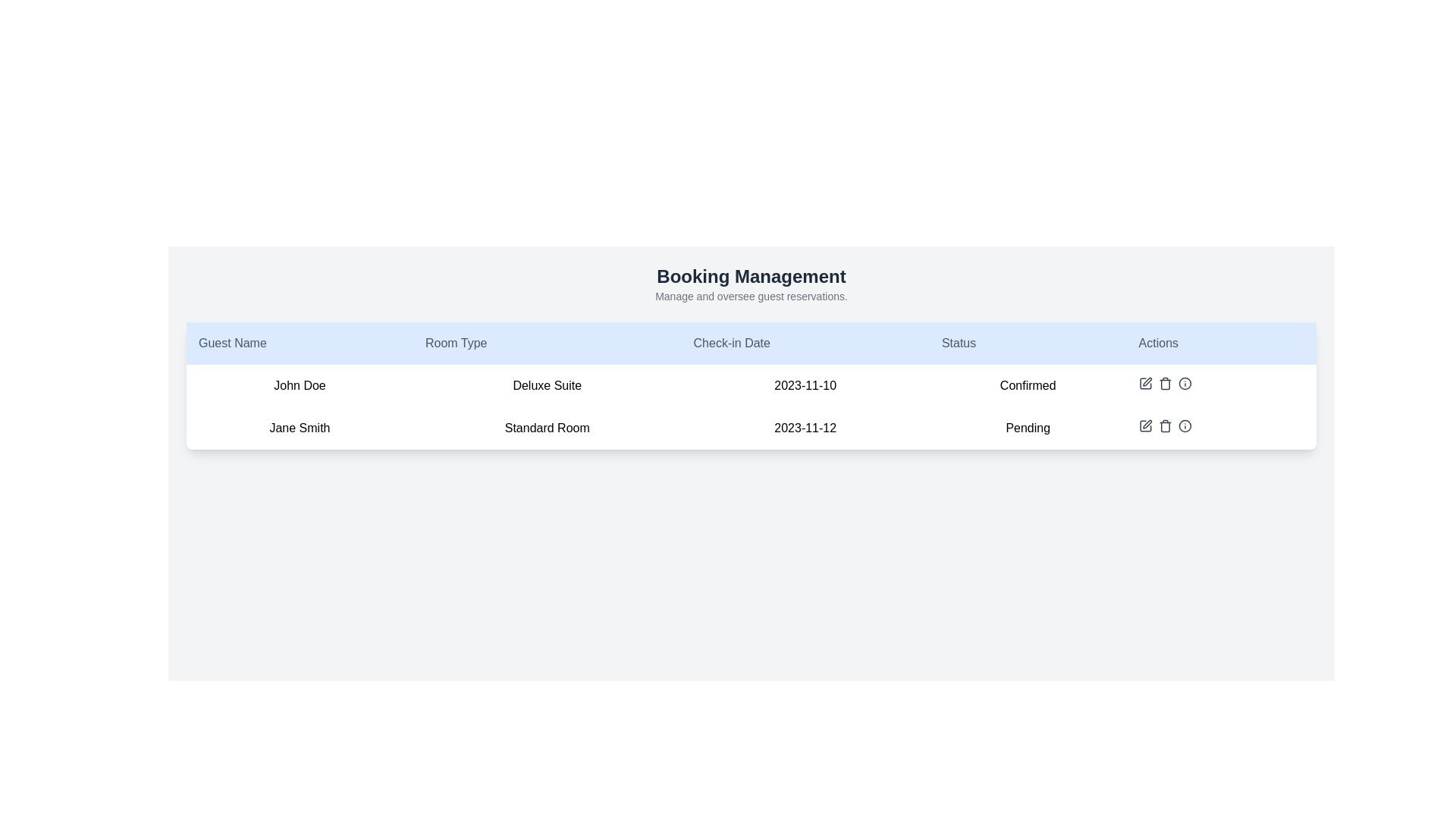 This screenshot has height=819, width=1456. Describe the element at coordinates (1184, 426) in the screenshot. I see `the fourth action icon in the 'Actions' column of the table` at that location.